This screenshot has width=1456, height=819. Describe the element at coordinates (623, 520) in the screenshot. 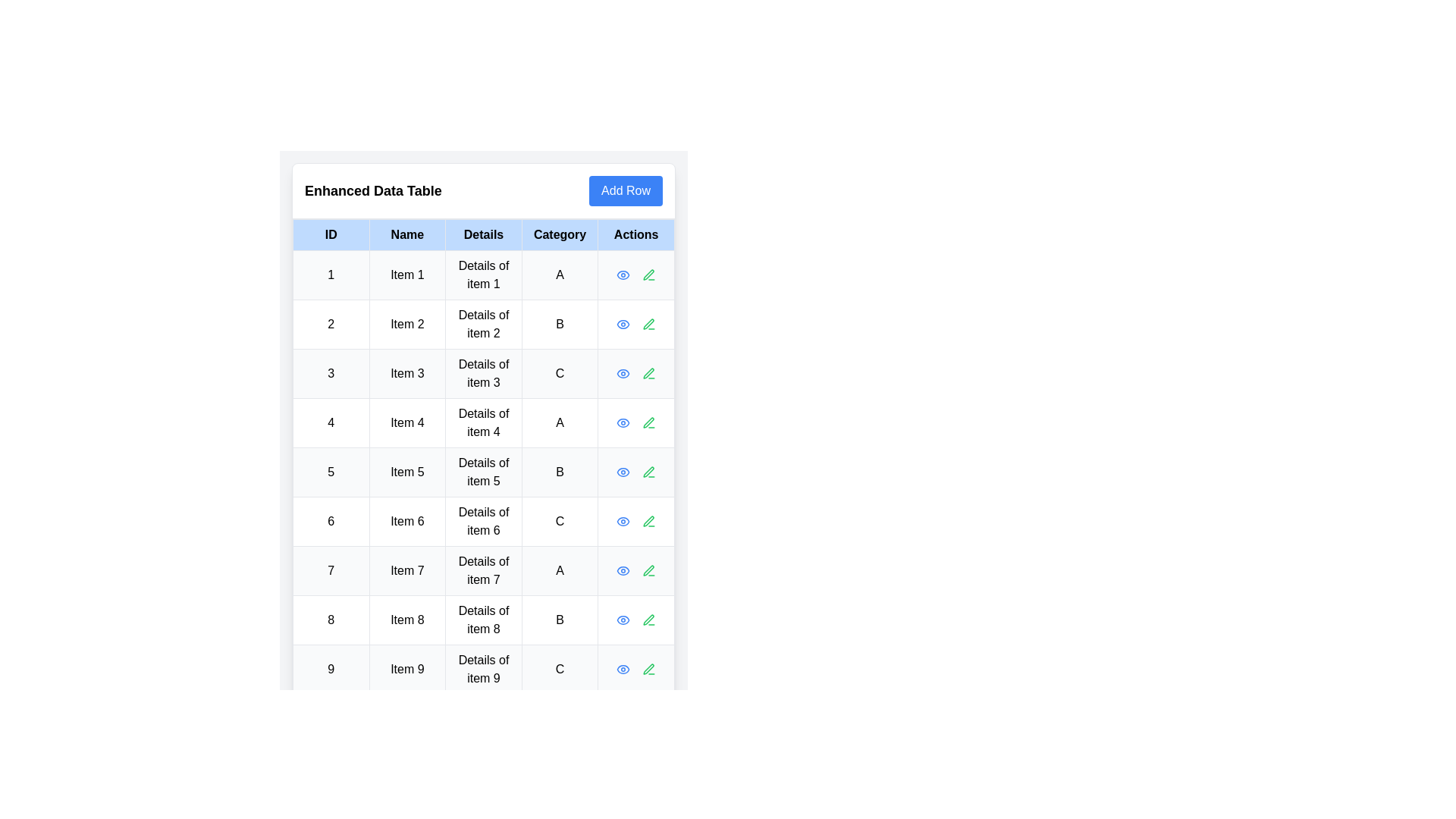

I see `the eye-shaped icon in the 'Actions' column of the table corresponding to 'Item 6'` at that location.